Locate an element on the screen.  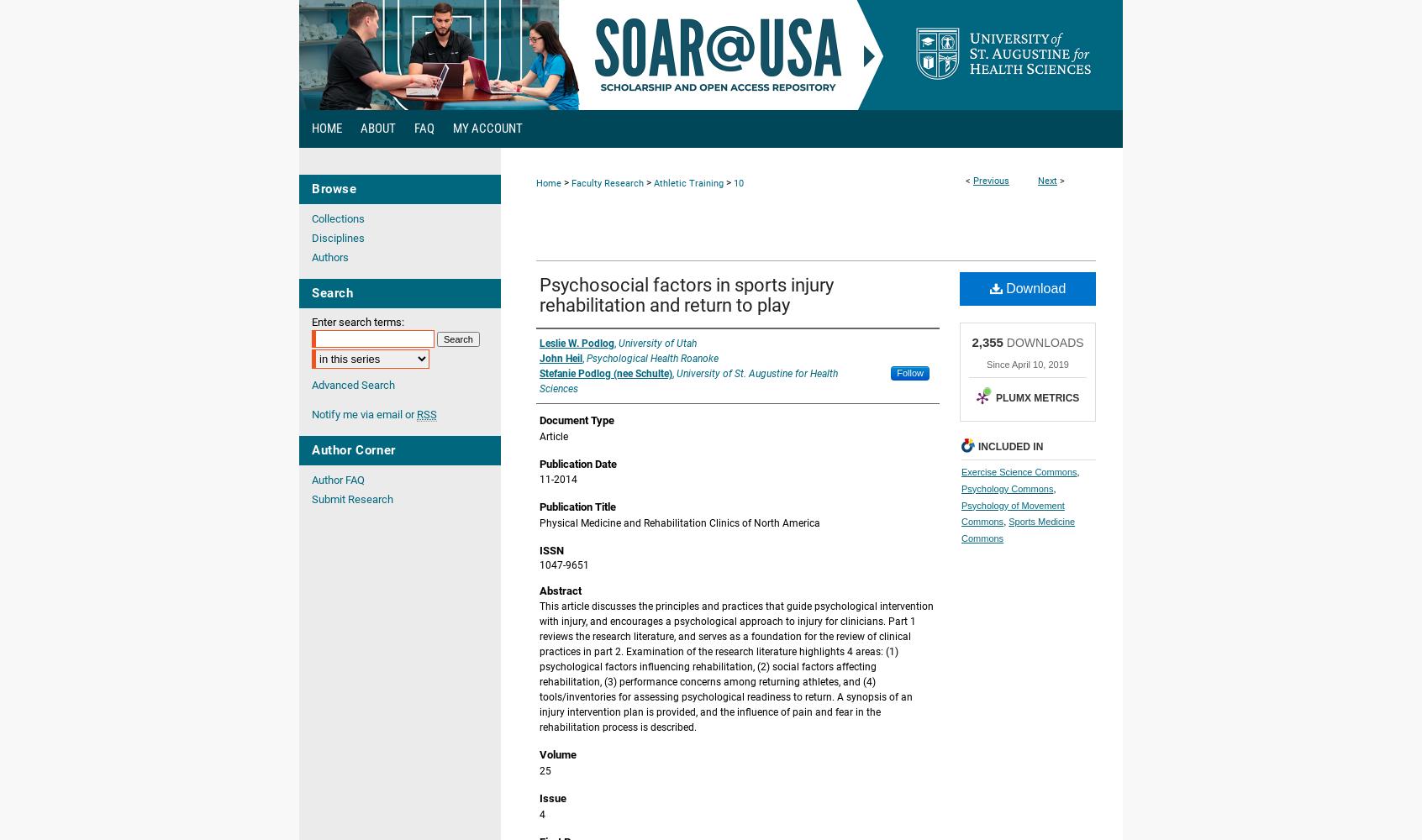
'Volume' is located at coordinates (557, 754).